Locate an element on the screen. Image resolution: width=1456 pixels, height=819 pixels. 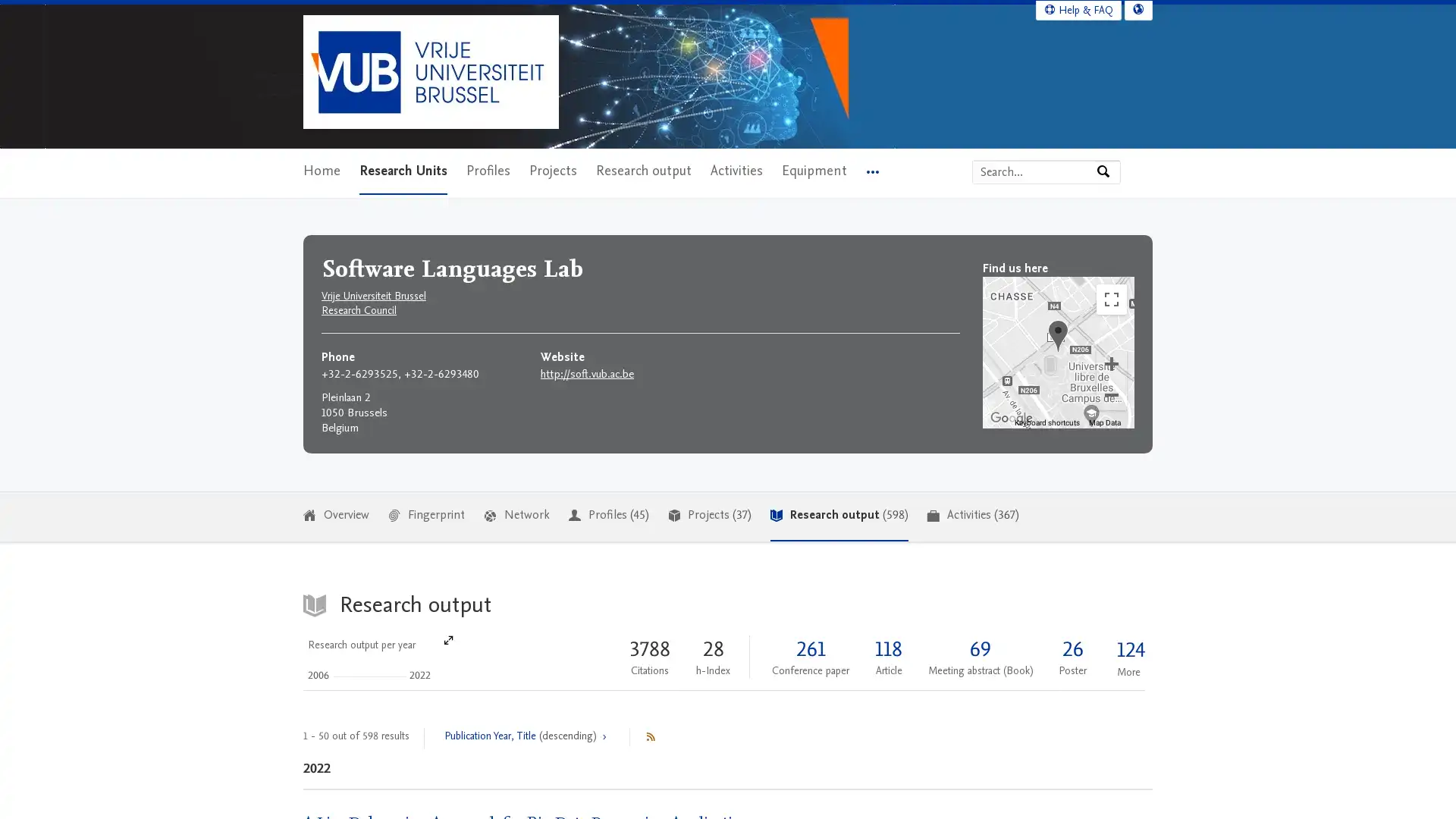
Toggle fullscreen view is located at coordinates (1111, 298).